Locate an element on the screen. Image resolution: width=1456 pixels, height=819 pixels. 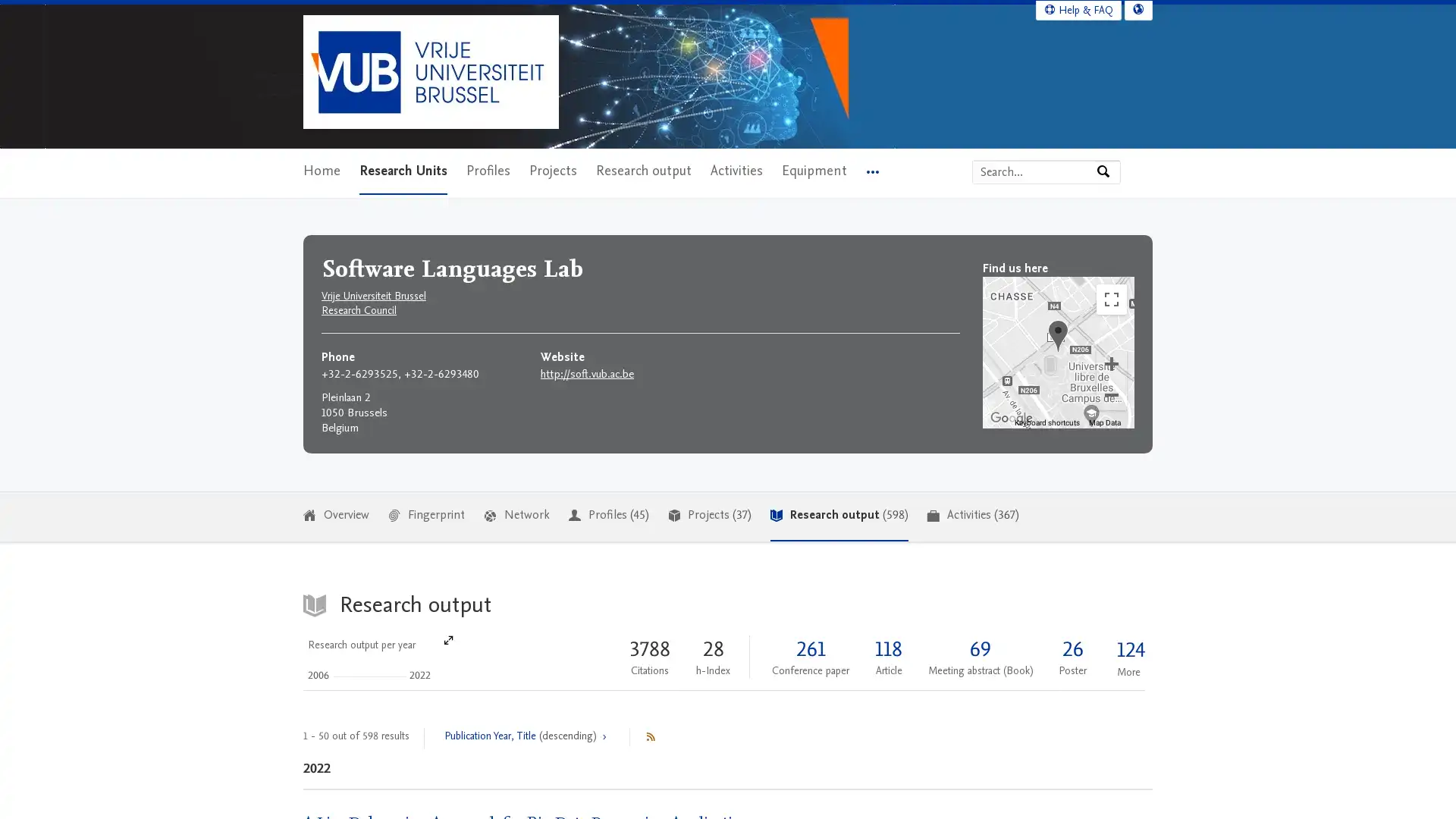
Toggle fullscreen view is located at coordinates (1111, 298).